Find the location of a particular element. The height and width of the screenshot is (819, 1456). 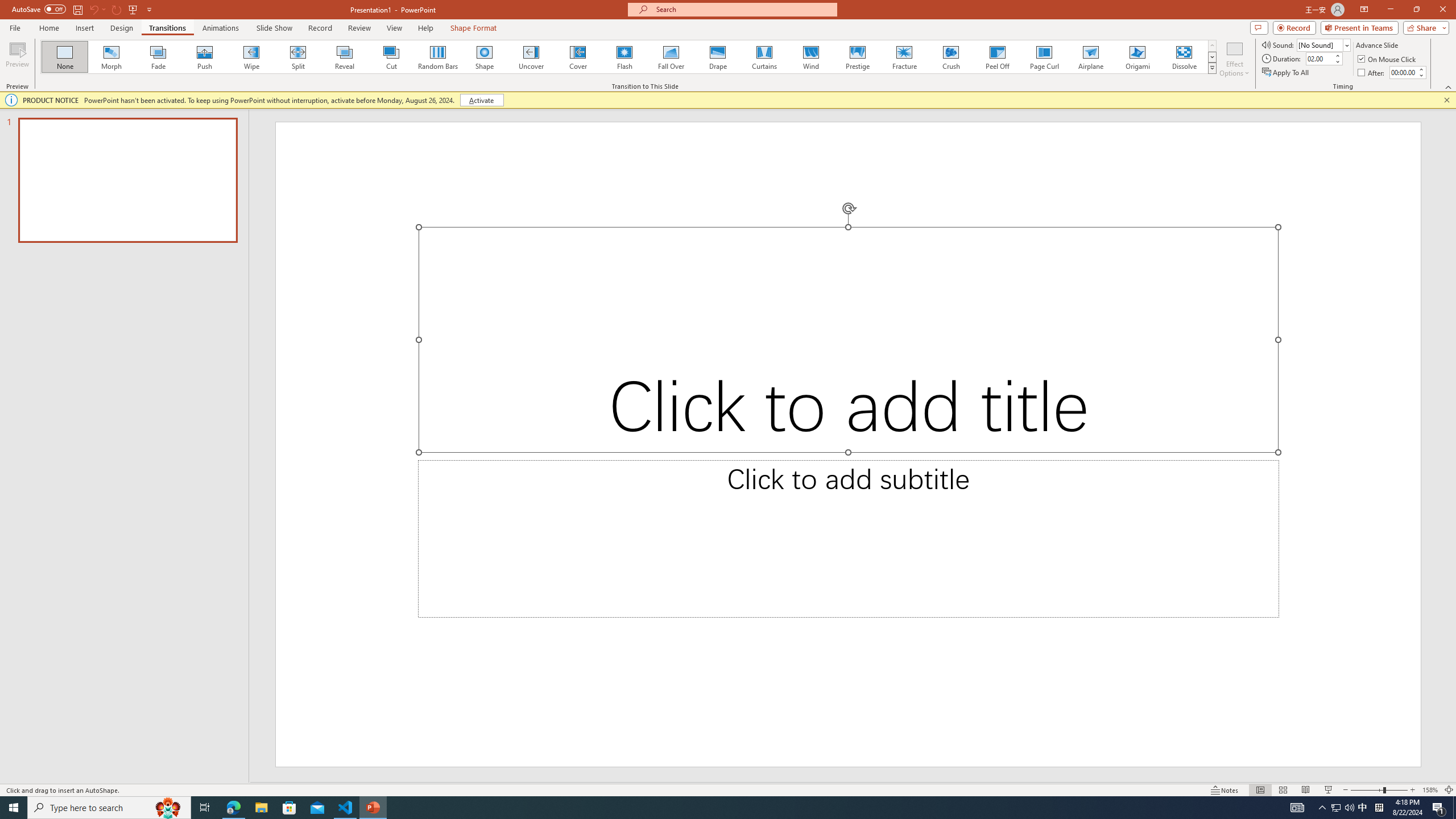

'Prestige' is located at coordinates (857, 56).